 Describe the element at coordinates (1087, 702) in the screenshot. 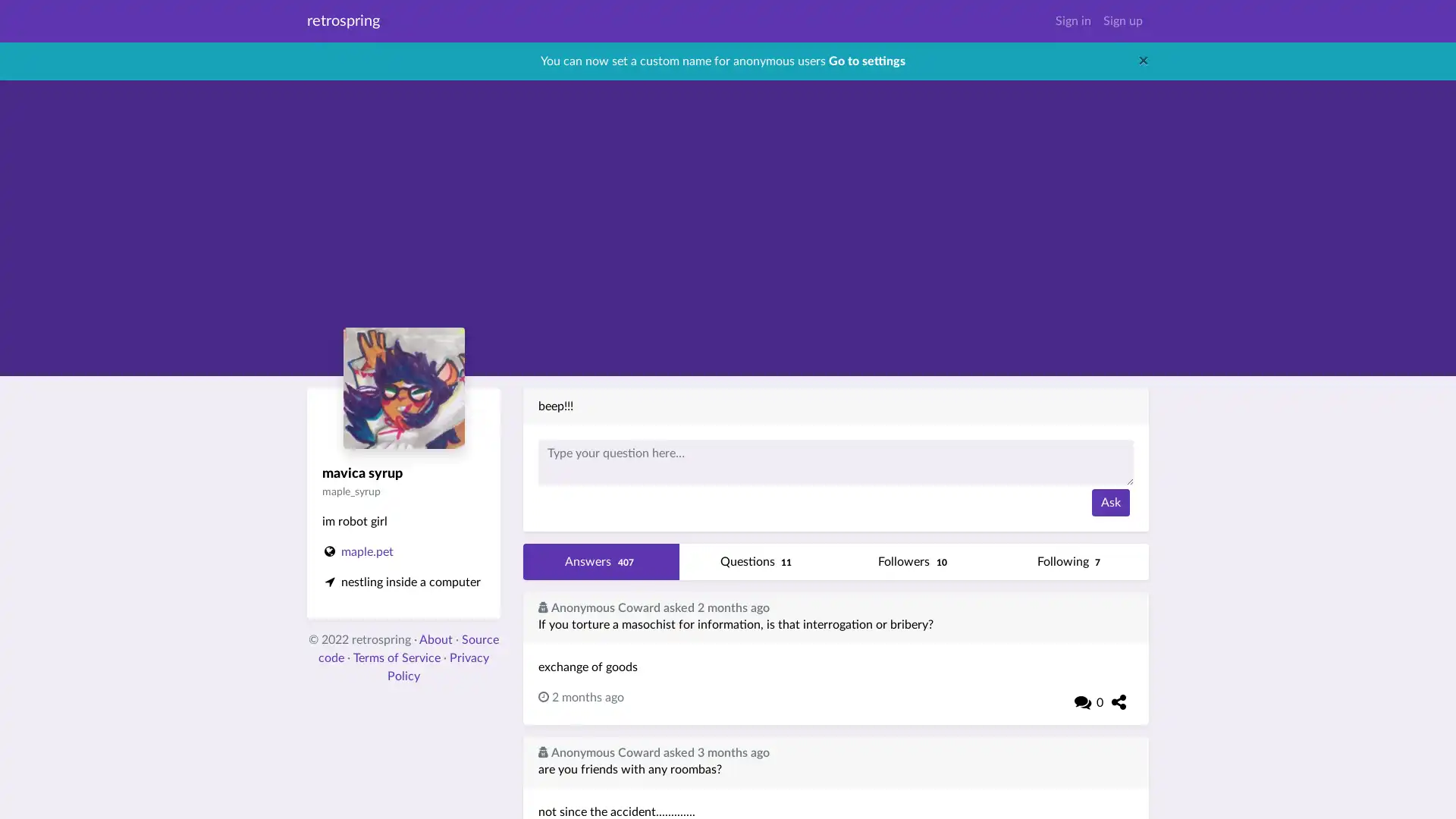

I see `0` at that location.